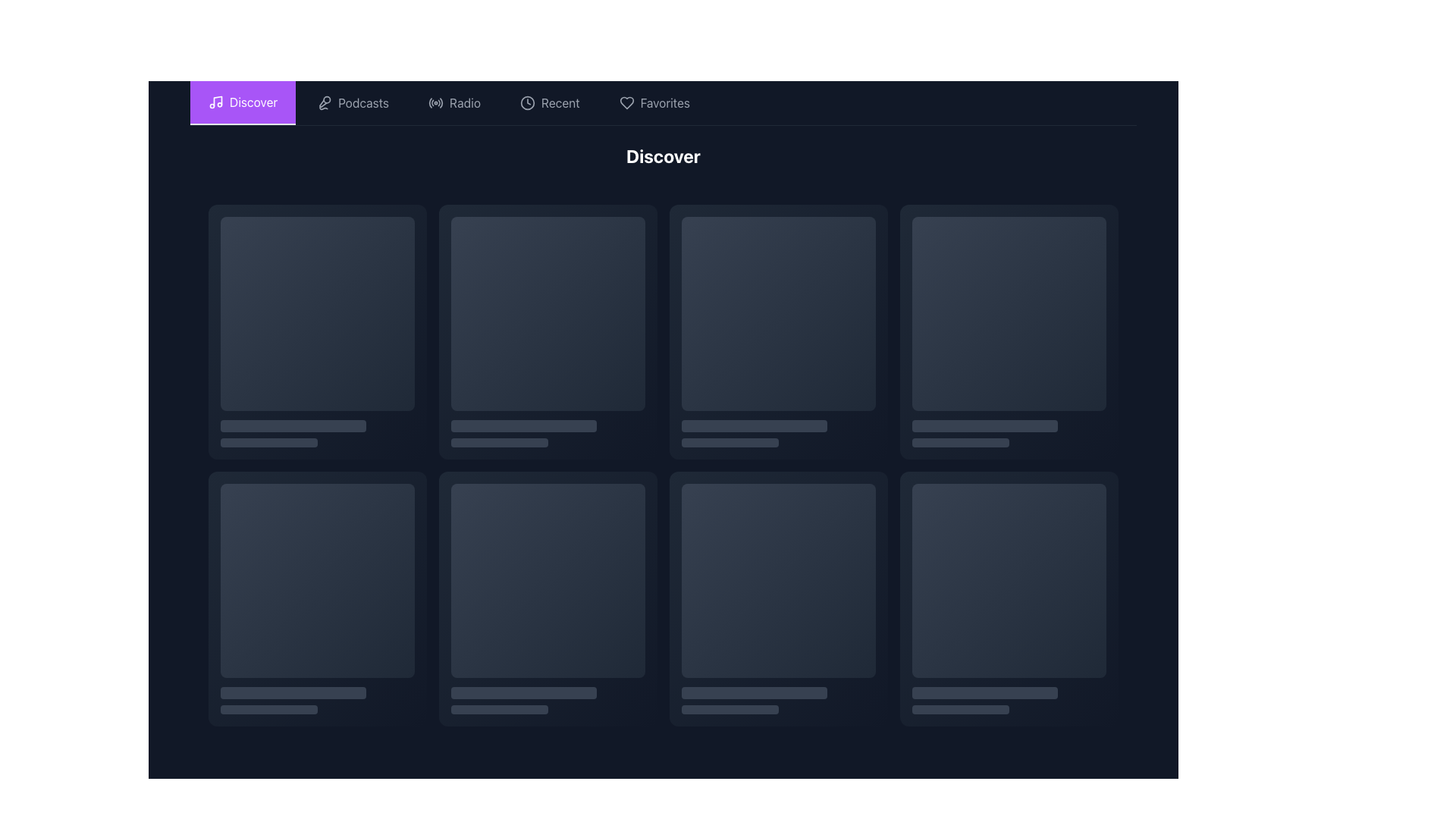 The height and width of the screenshot is (819, 1456). What do you see at coordinates (549, 102) in the screenshot?
I see `the Navigation button for the 'Recent' section, which is the fourth button in the horizontal navigation bar, to activate its hover styling` at bounding box center [549, 102].